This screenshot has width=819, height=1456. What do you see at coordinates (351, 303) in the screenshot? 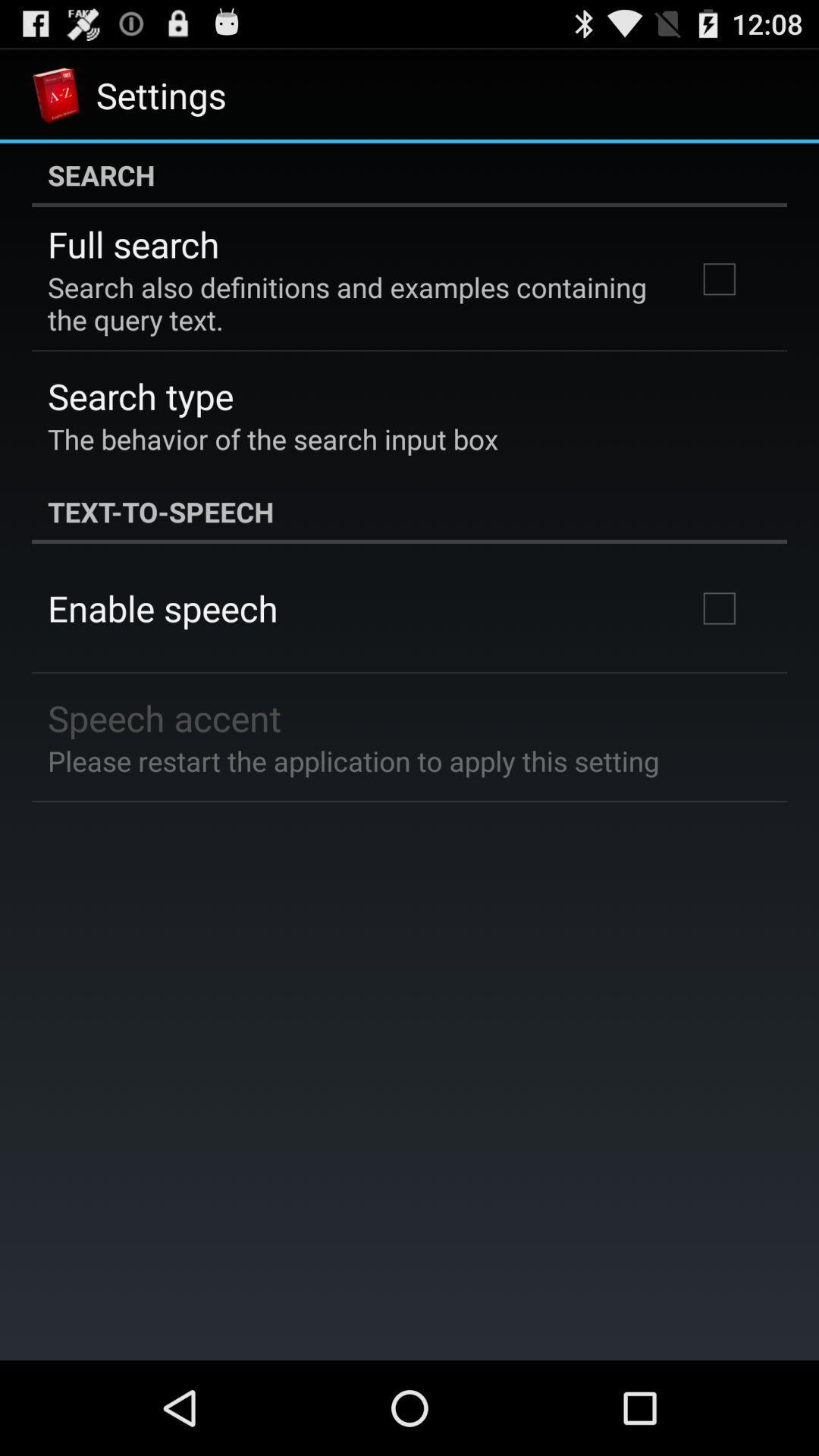
I see `item below full search app` at bounding box center [351, 303].